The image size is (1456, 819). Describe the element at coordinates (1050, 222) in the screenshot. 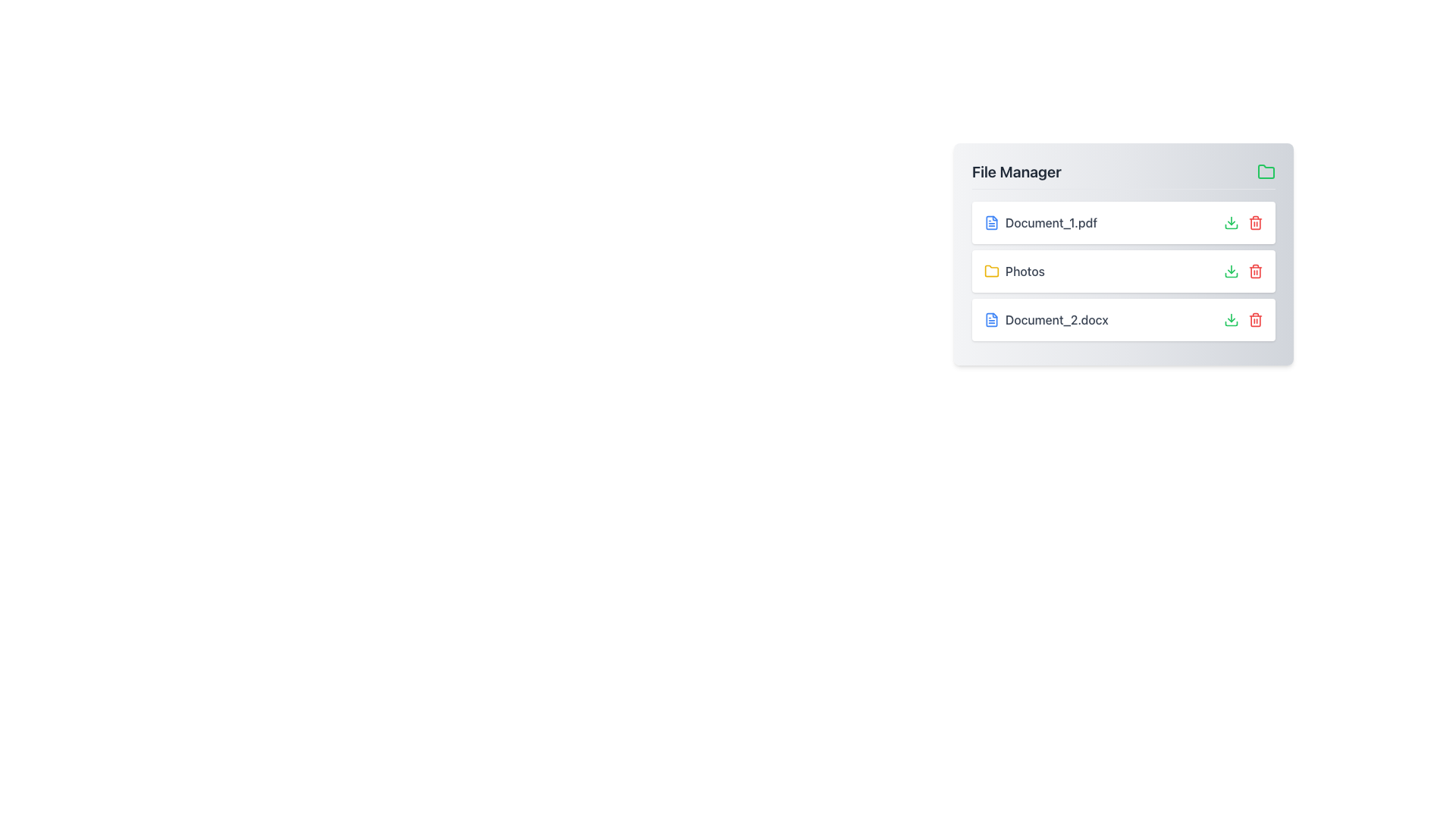

I see `the text label displaying 'Document_1.pdf' in the file manager interface, which is the first item in the list and is located to the right of a blue document icon` at that location.